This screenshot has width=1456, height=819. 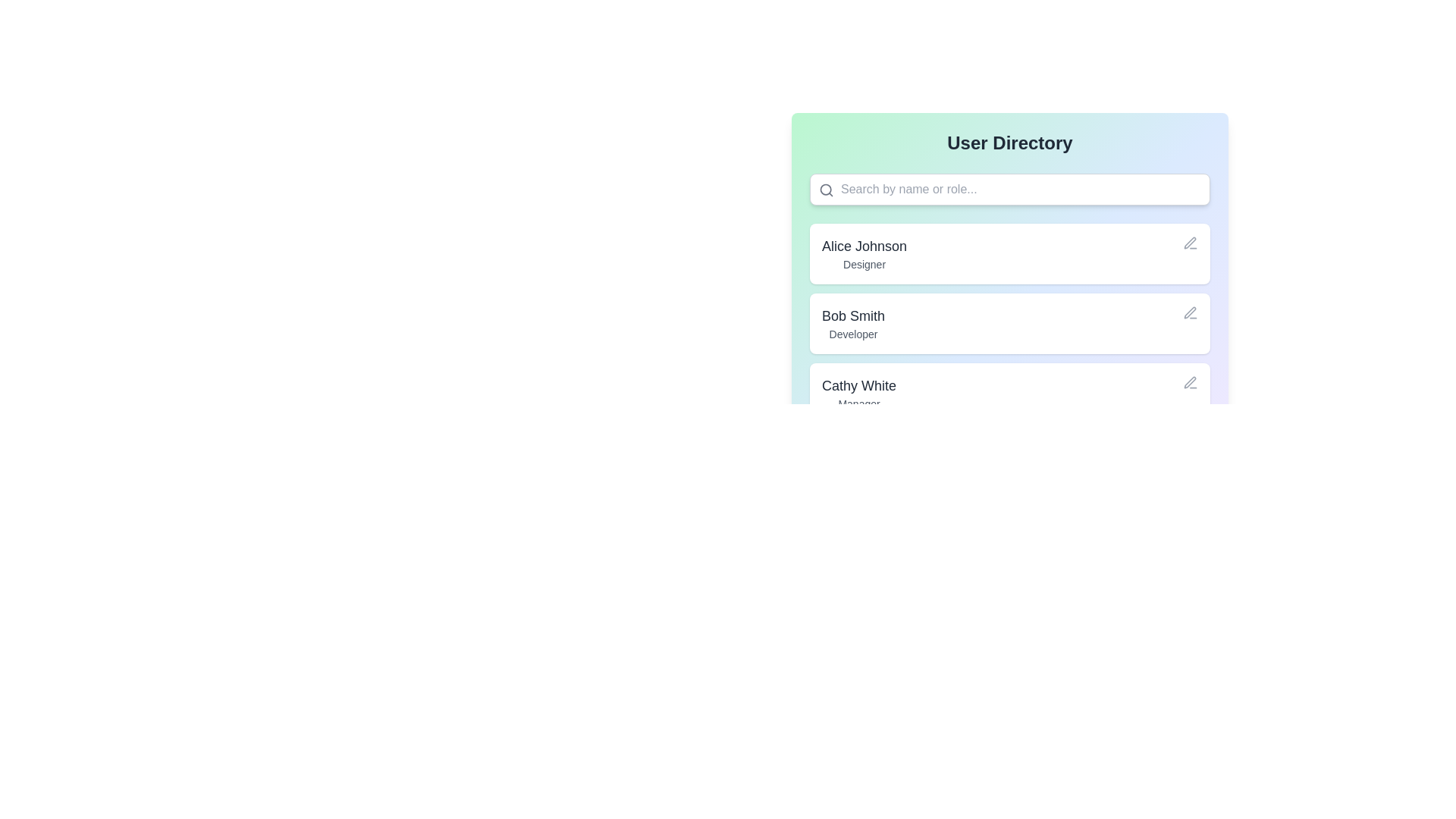 What do you see at coordinates (864, 245) in the screenshot?
I see `the text label displaying 'Alice Johnson', which is styled in bold, large dark gray font, located at the top-left section of the user directory interface, adjacent to the text 'Designer'` at bounding box center [864, 245].